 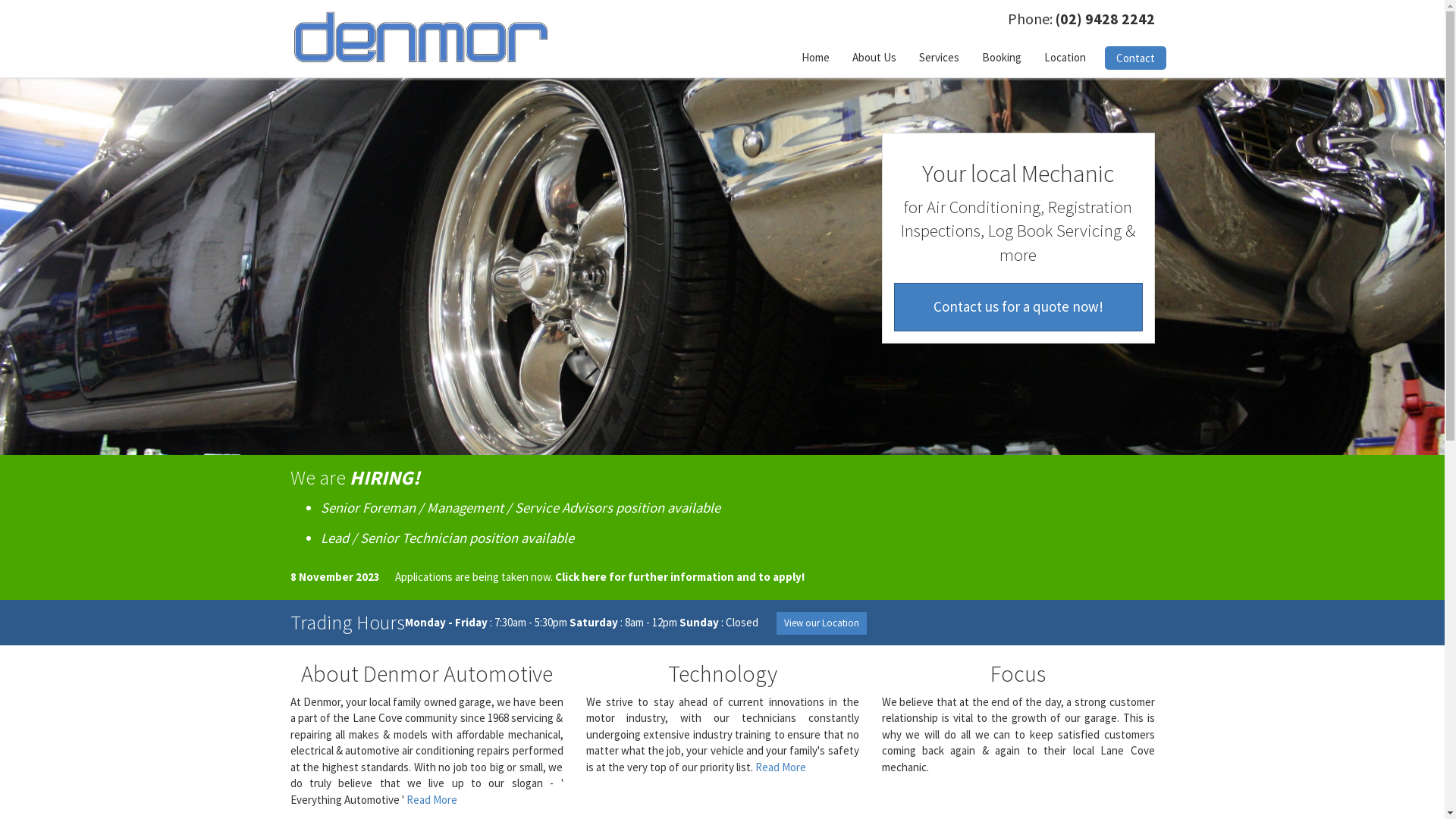 What do you see at coordinates (425, 672) in the screenshot?
I see `'About Denmor Automotive'` at bounding box center [425, 672].